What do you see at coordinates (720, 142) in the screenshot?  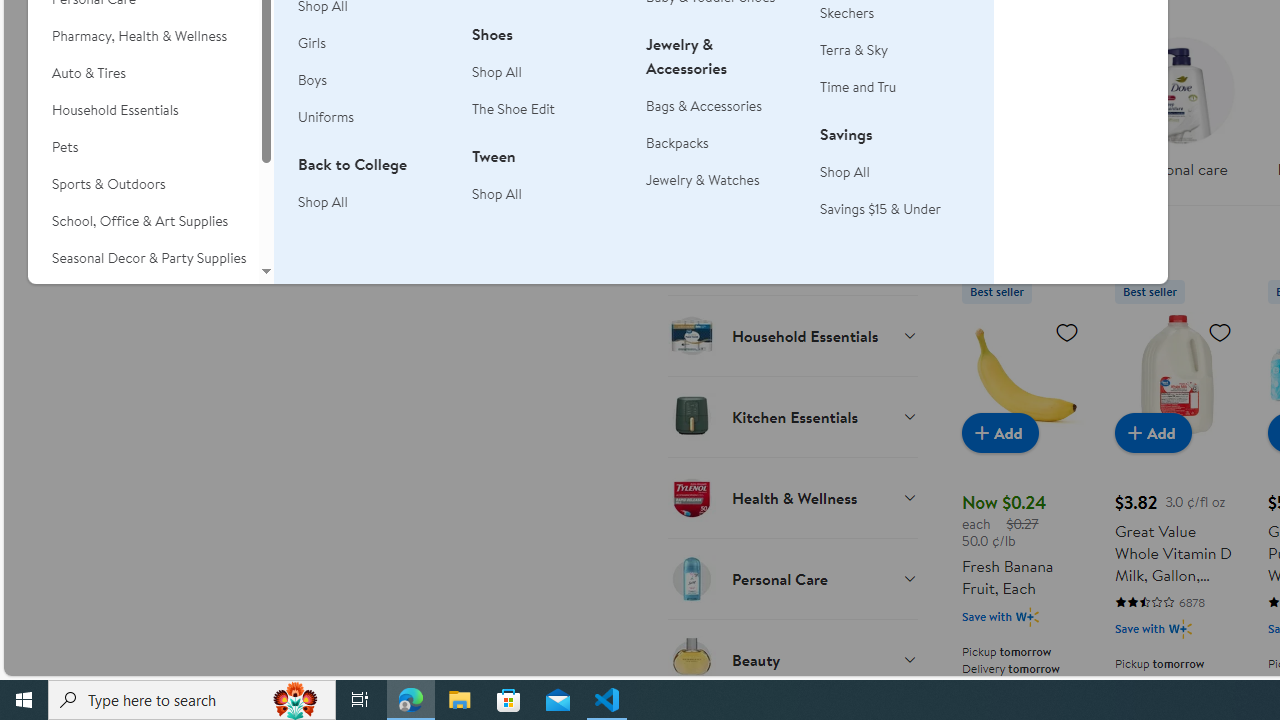 I see `'Backpacks'` at bounding box center [720, 142].